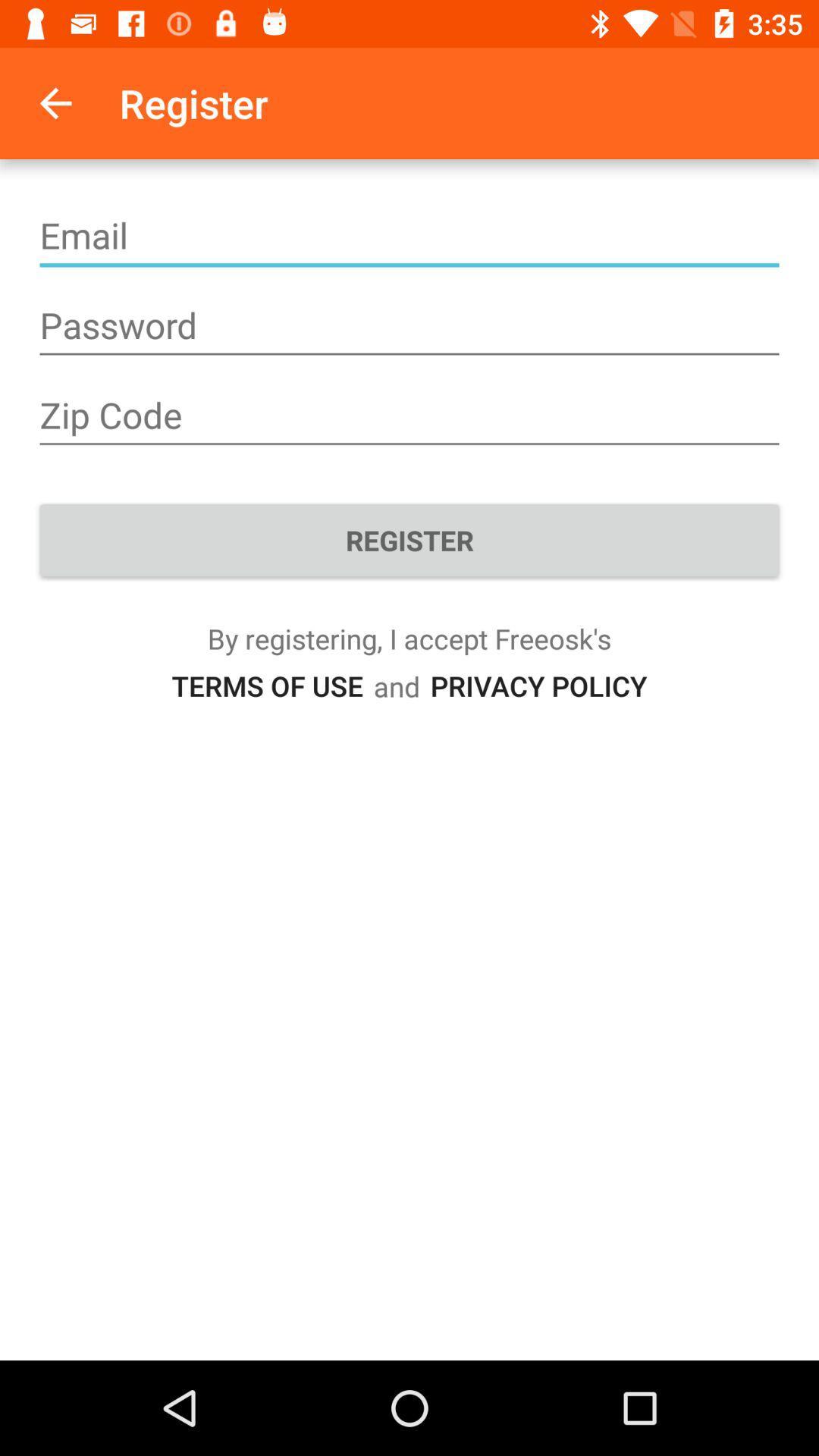 Image resolution: width=819 pixels, height=1456 pixels. What do you see at coordinates (409, 416) in the screenshot?
I see `icon above the register icon` at bounding box center [409, 416].